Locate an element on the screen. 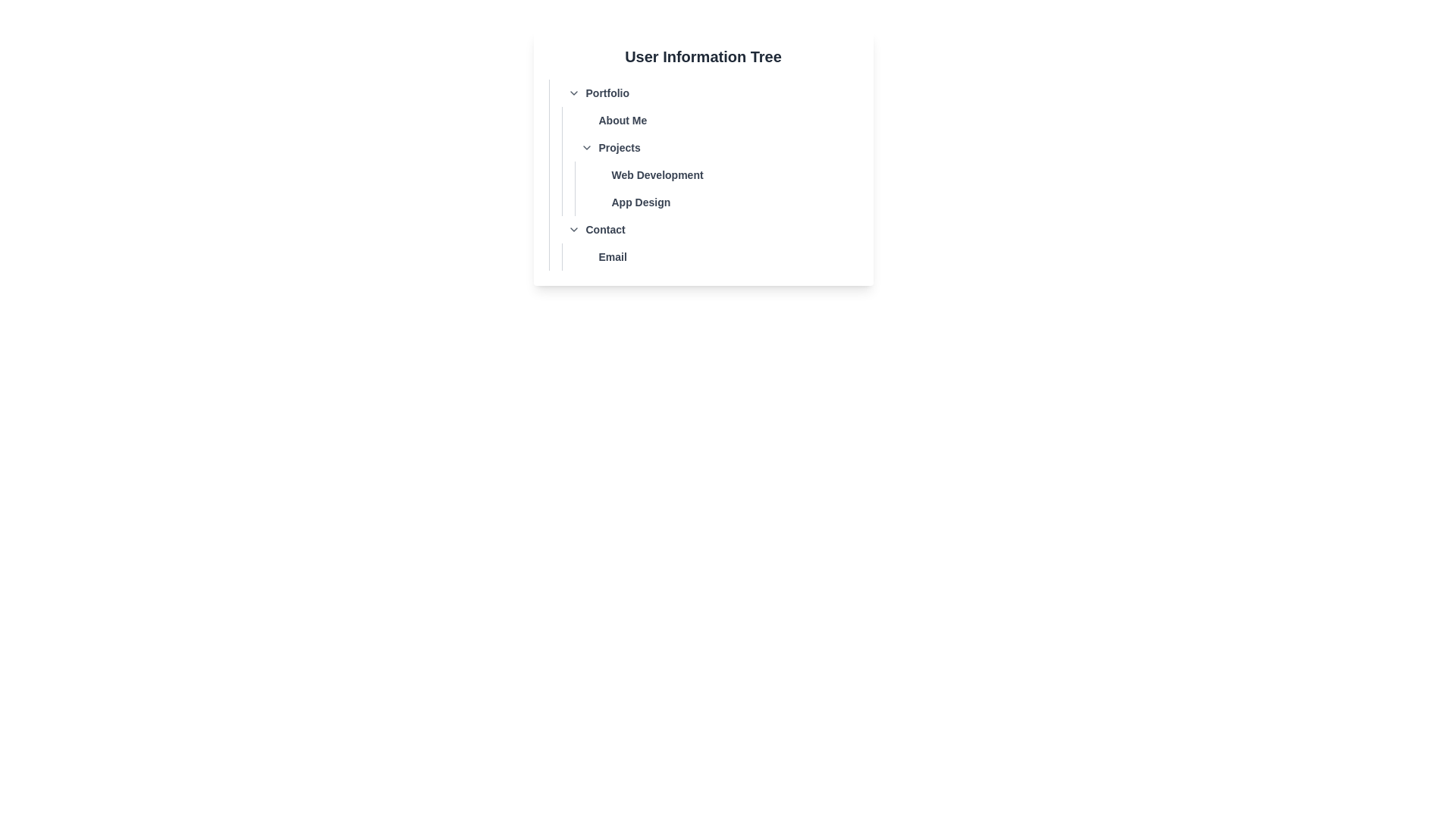  the 'Portfolio' label in the collapsible menu under the 'User Information Tree' header, which is styled with a smaller font size, gray color, and bold font weight is located at coordinates (607, 93).